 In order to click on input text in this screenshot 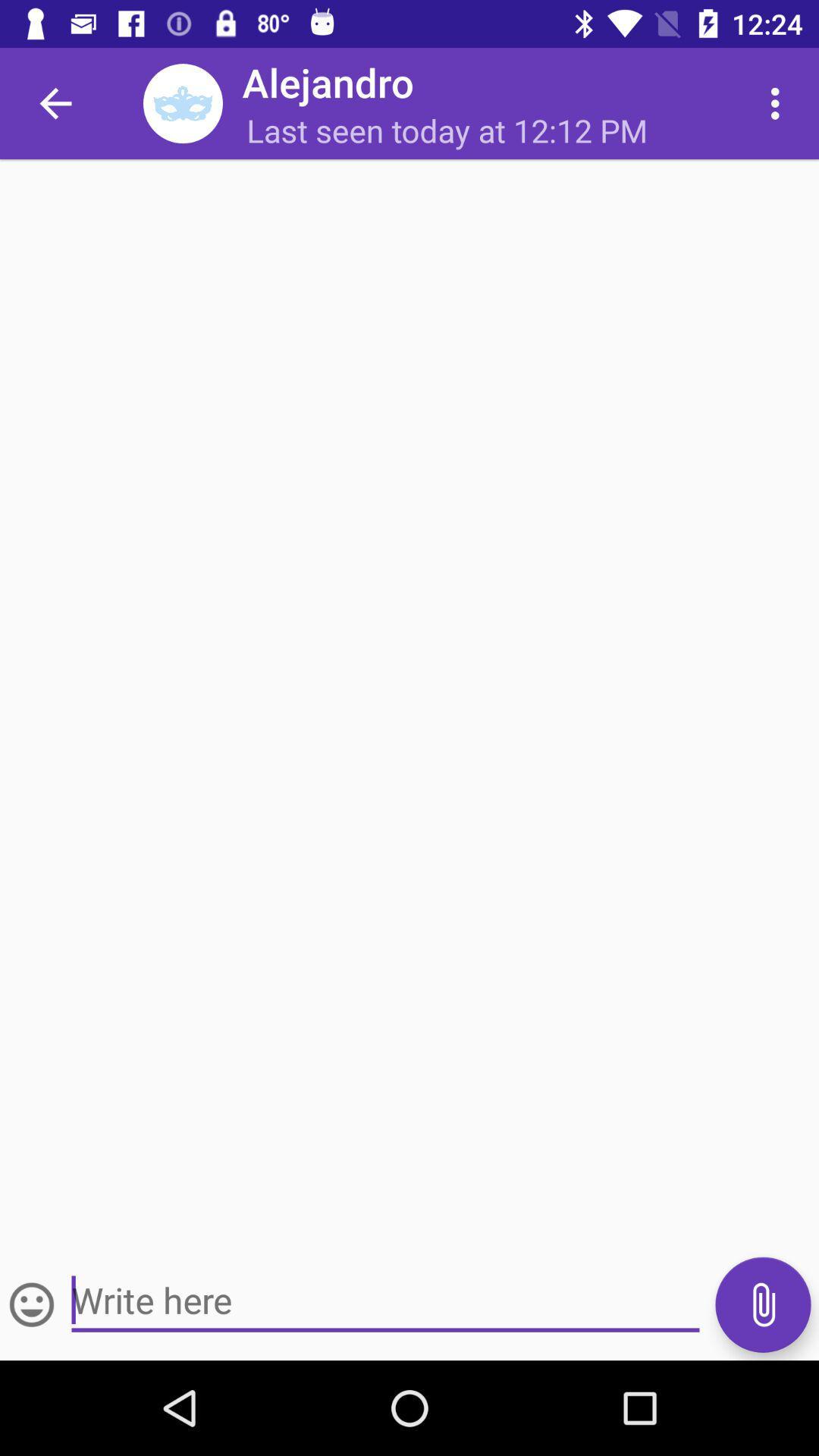, I will do `click(384, 1300)`.